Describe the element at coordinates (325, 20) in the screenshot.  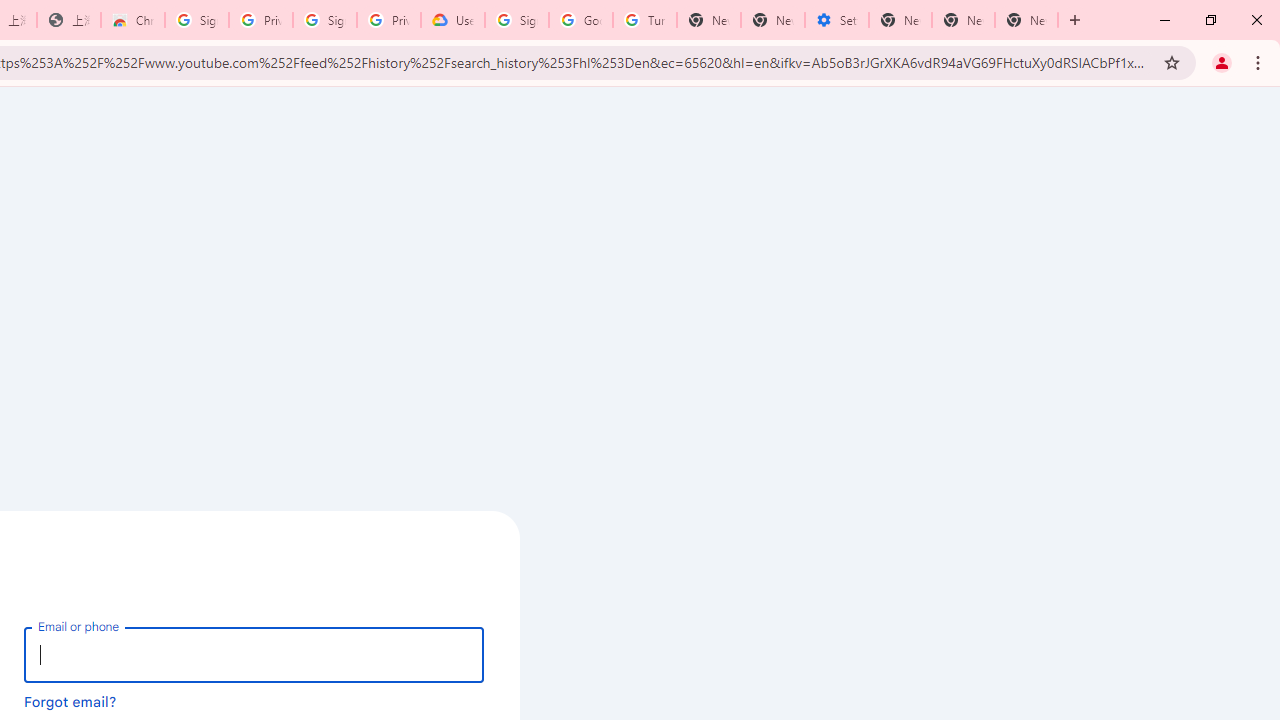
I see `'Sign in - Google Accounts'` at that location.